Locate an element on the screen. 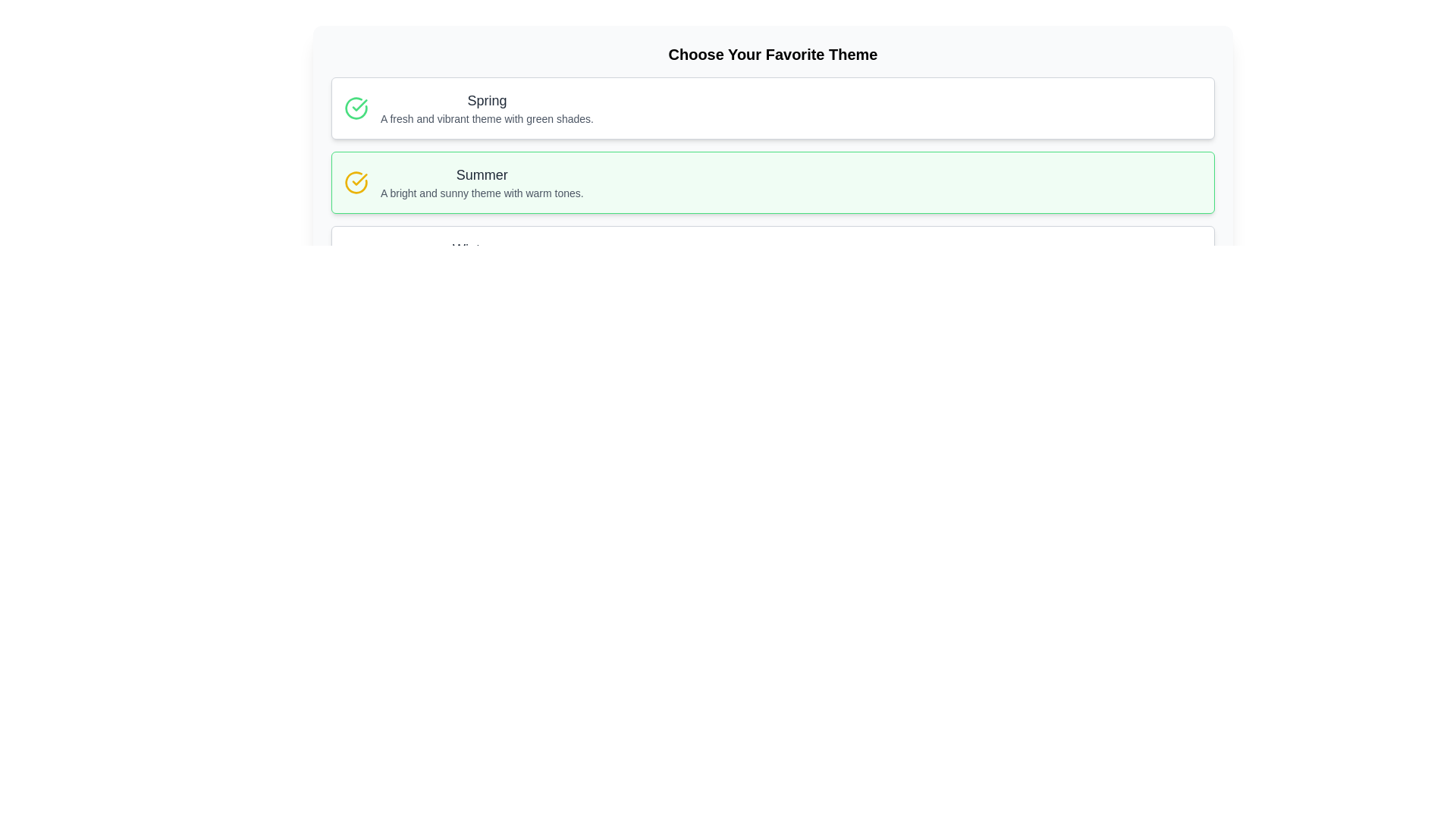 The width and height of the screenshot is (1456, 819). the text content element titled 'Spring' with a subtitle 'A fresh and vibrant theme with green shades', which is aligned to the left within a white background card is located at coordinates (487, 107).